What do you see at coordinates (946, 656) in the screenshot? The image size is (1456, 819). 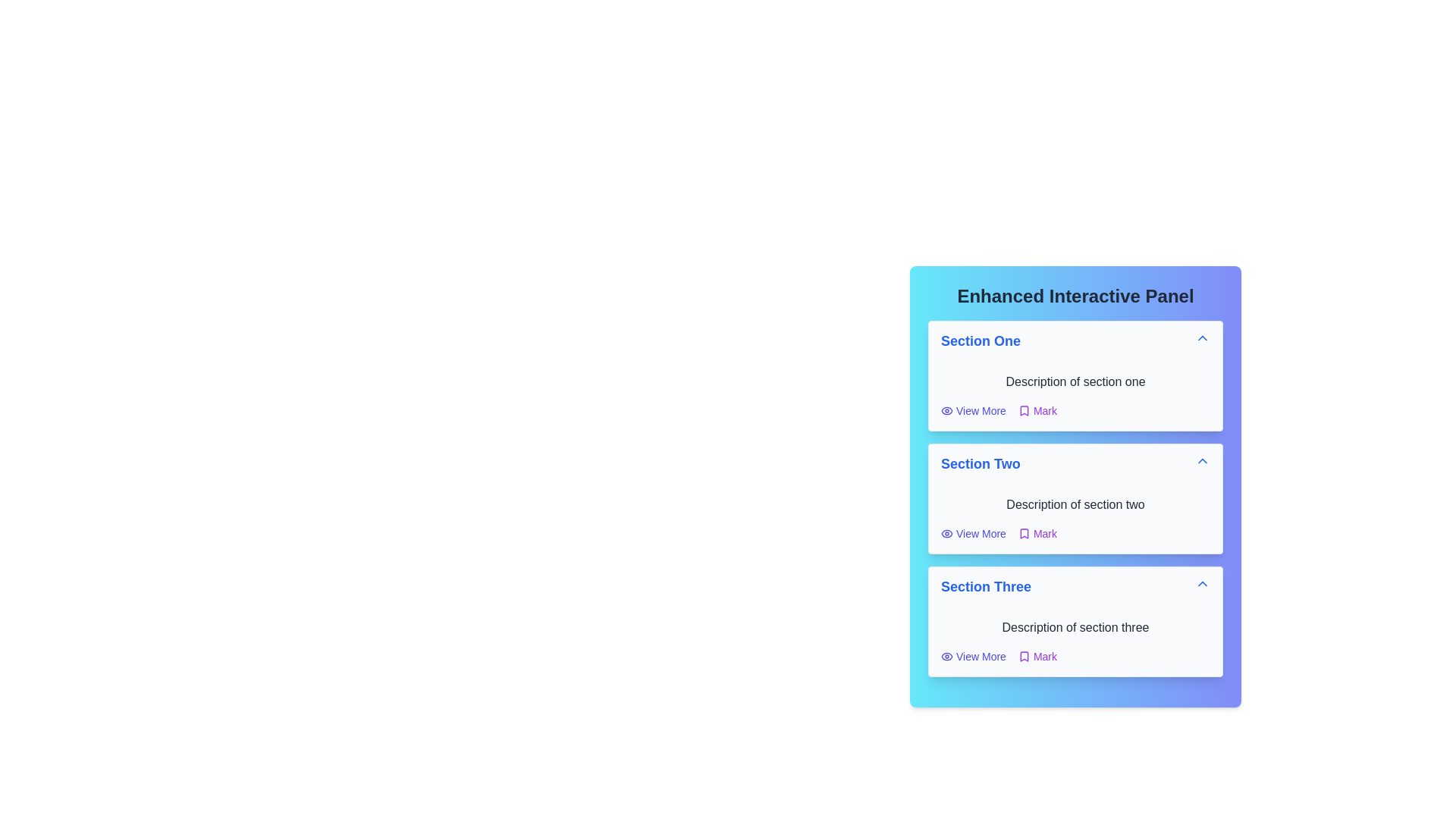 I see `the 'View More' icon located to the left of the 'View More' text in the 'Section Three' area` at bounding box center [946, 656].